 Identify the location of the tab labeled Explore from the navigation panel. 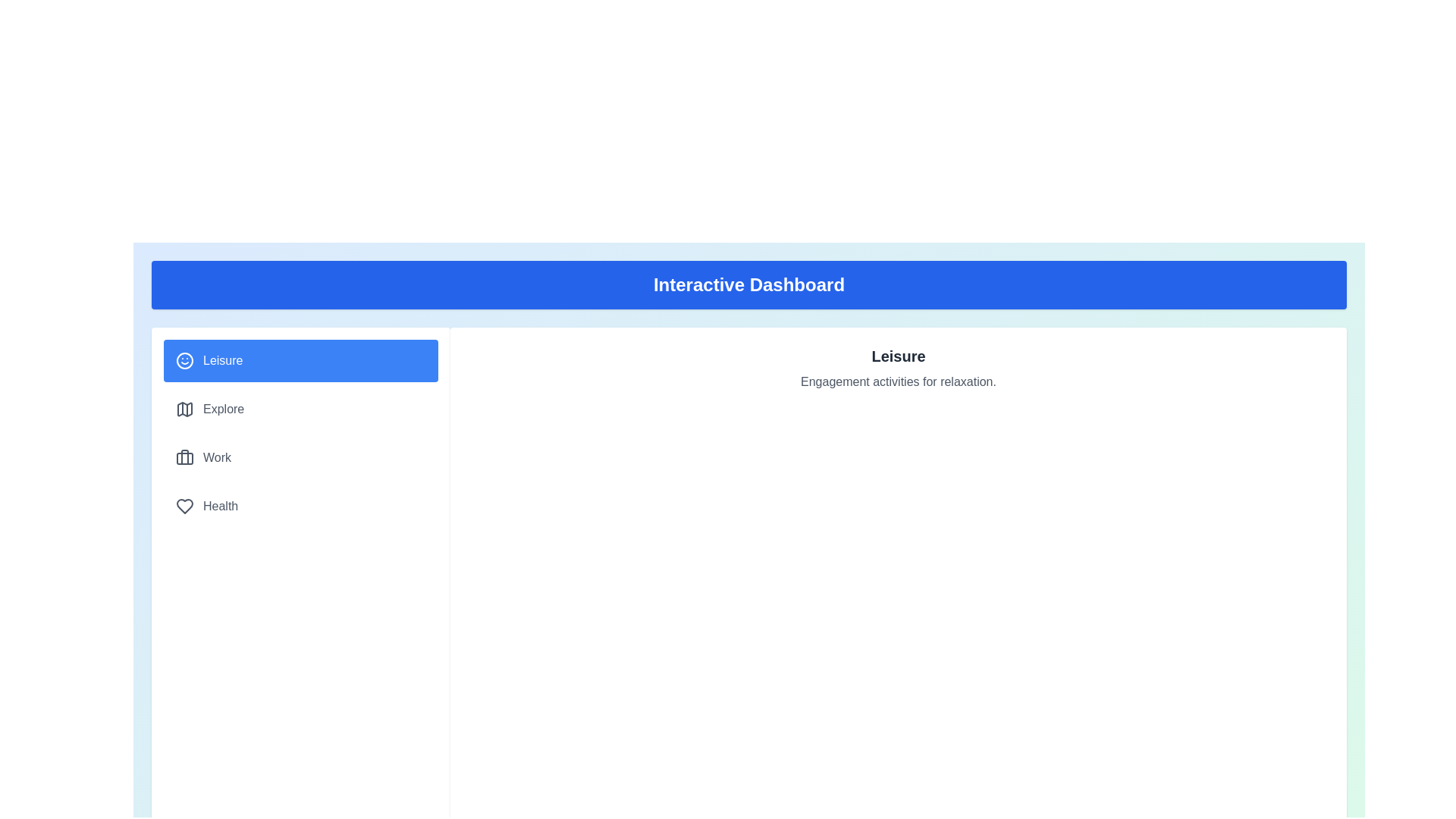
(301, 409).